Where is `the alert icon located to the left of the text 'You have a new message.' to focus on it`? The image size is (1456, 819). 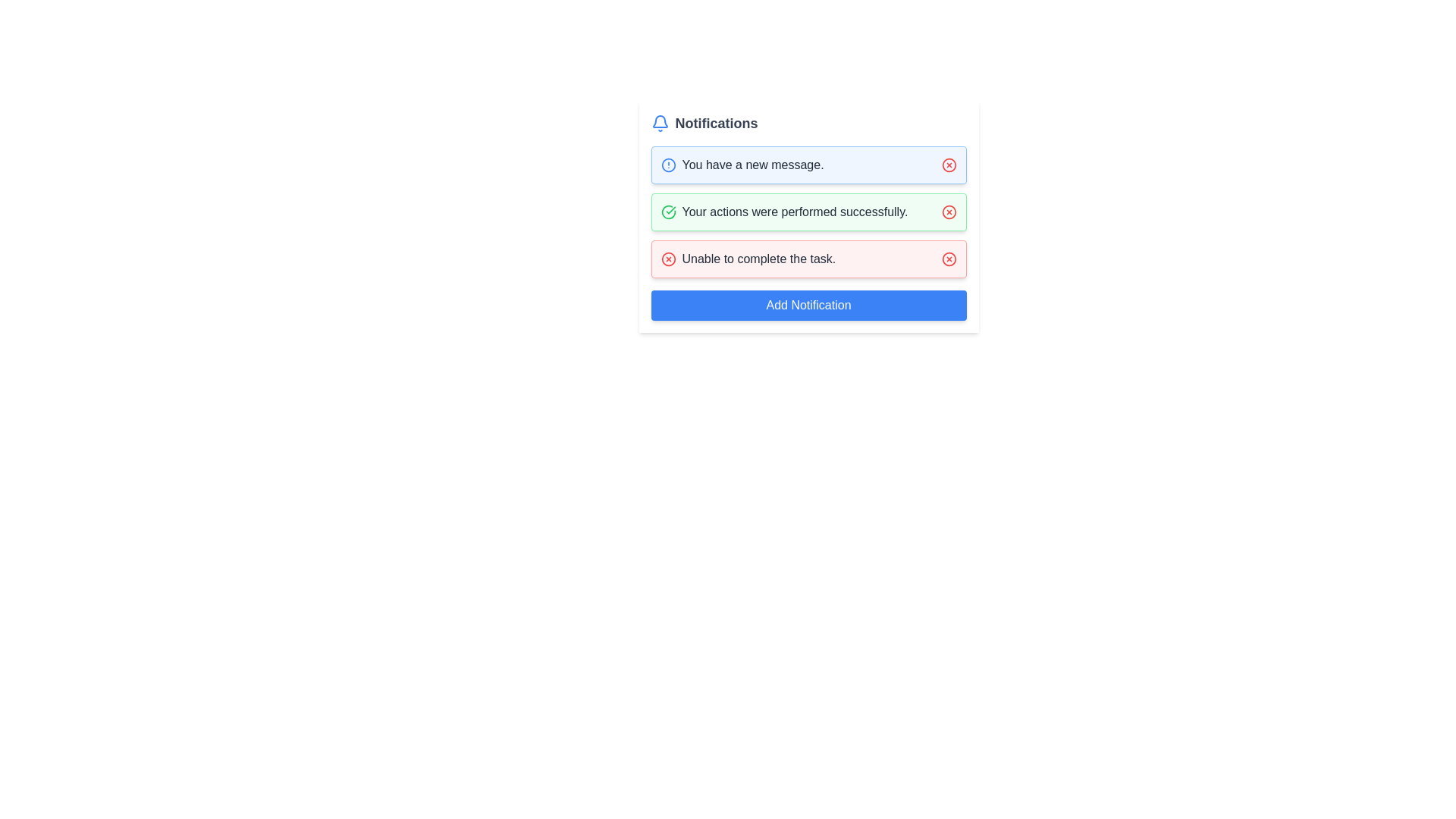 the alert icon located to the left of the text 'You have a new message.' to focus on it is located at coordinates (667, 165).